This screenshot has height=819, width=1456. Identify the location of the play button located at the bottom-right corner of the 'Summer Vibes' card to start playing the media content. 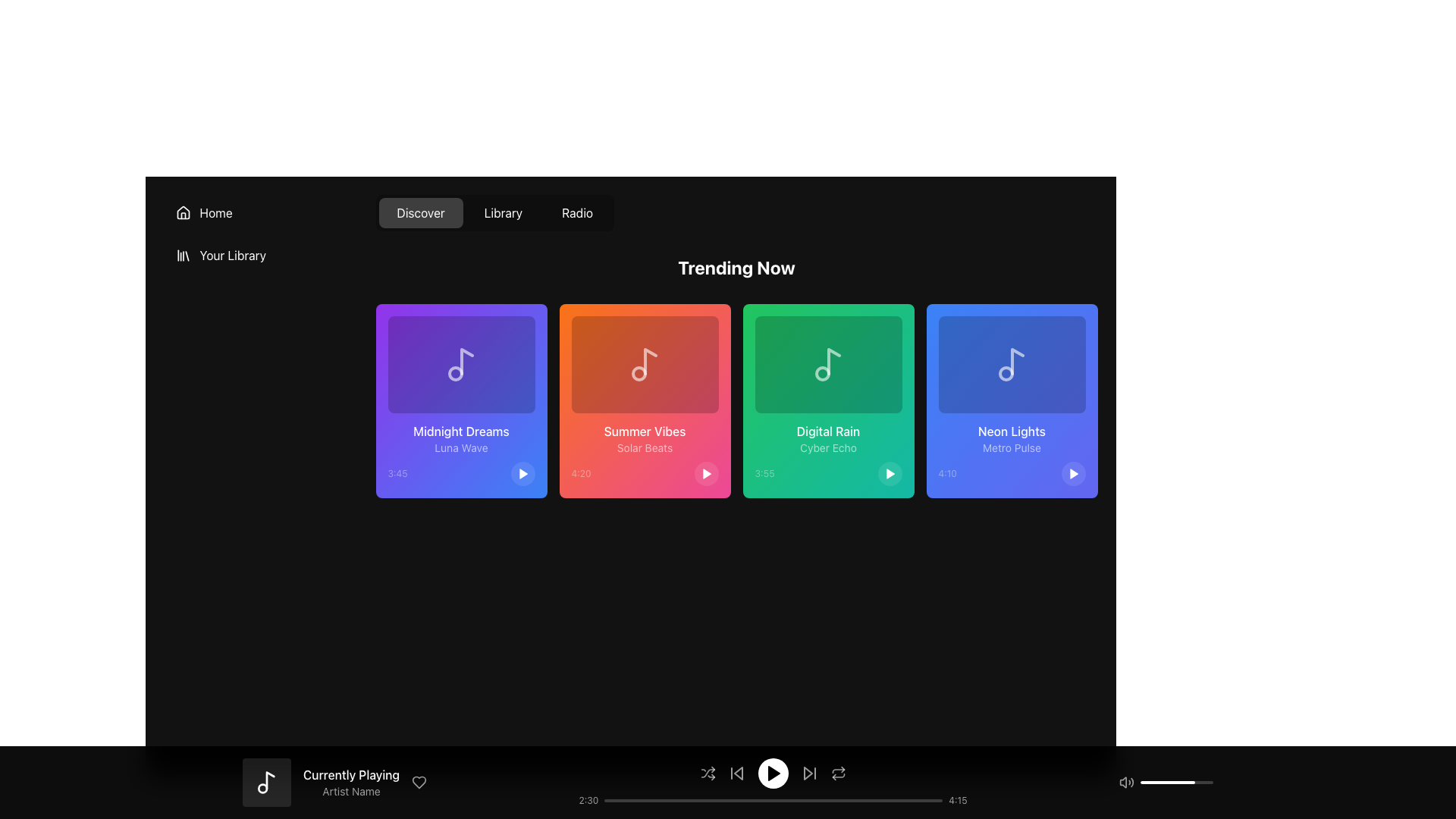
(705, 472).